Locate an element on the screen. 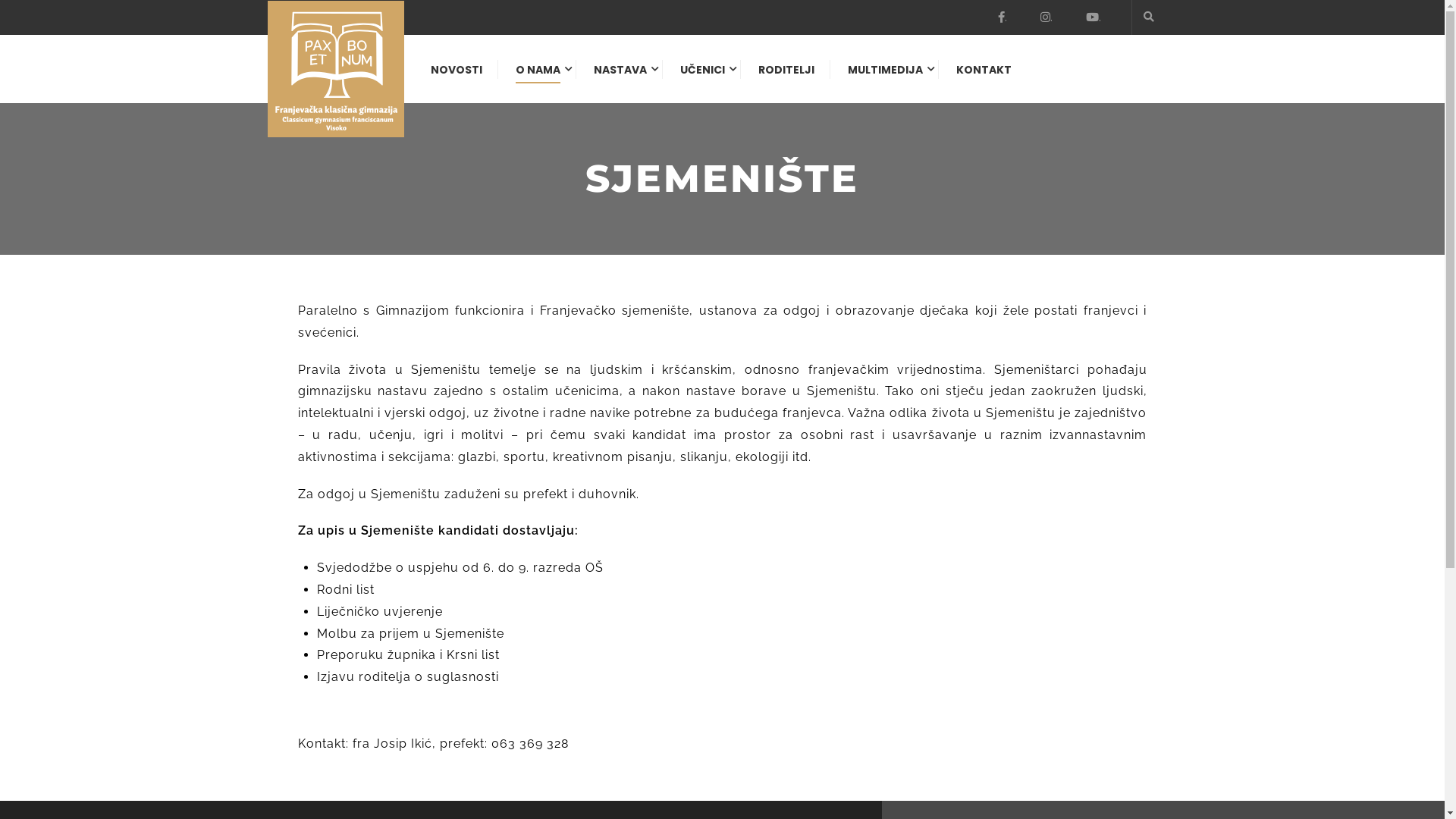 The image size is (1456, 819). '.' is located at coordinates (1046, 17).